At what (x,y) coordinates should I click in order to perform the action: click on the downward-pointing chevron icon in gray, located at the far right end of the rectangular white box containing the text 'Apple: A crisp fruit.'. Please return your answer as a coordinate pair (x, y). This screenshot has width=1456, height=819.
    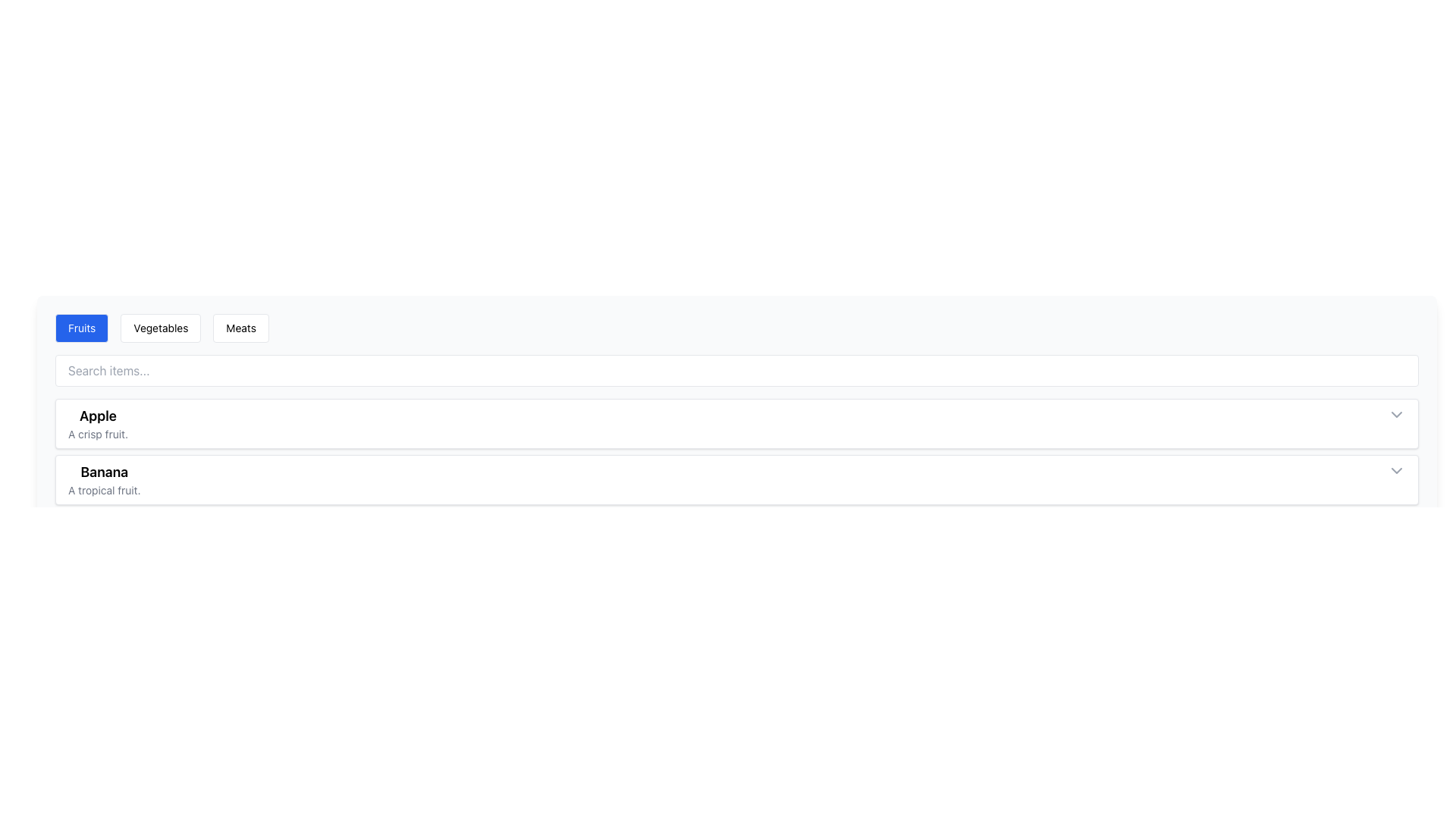
    Looking at the image, I should click on (1396, 415).